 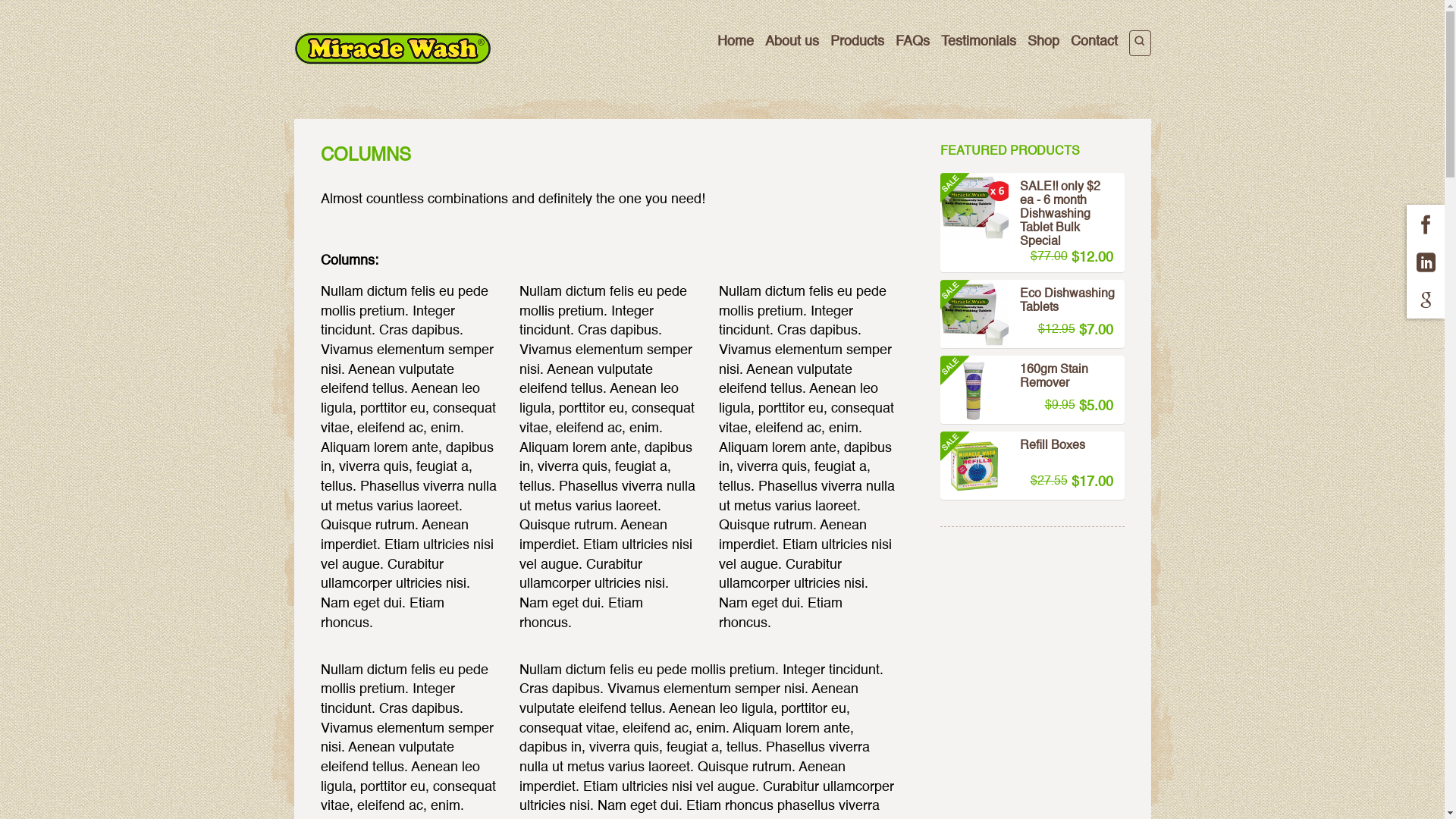 What do you see at coordinates (764, 40) in the screenshot?
I see `'About us'` at bounding box center [764, 40].